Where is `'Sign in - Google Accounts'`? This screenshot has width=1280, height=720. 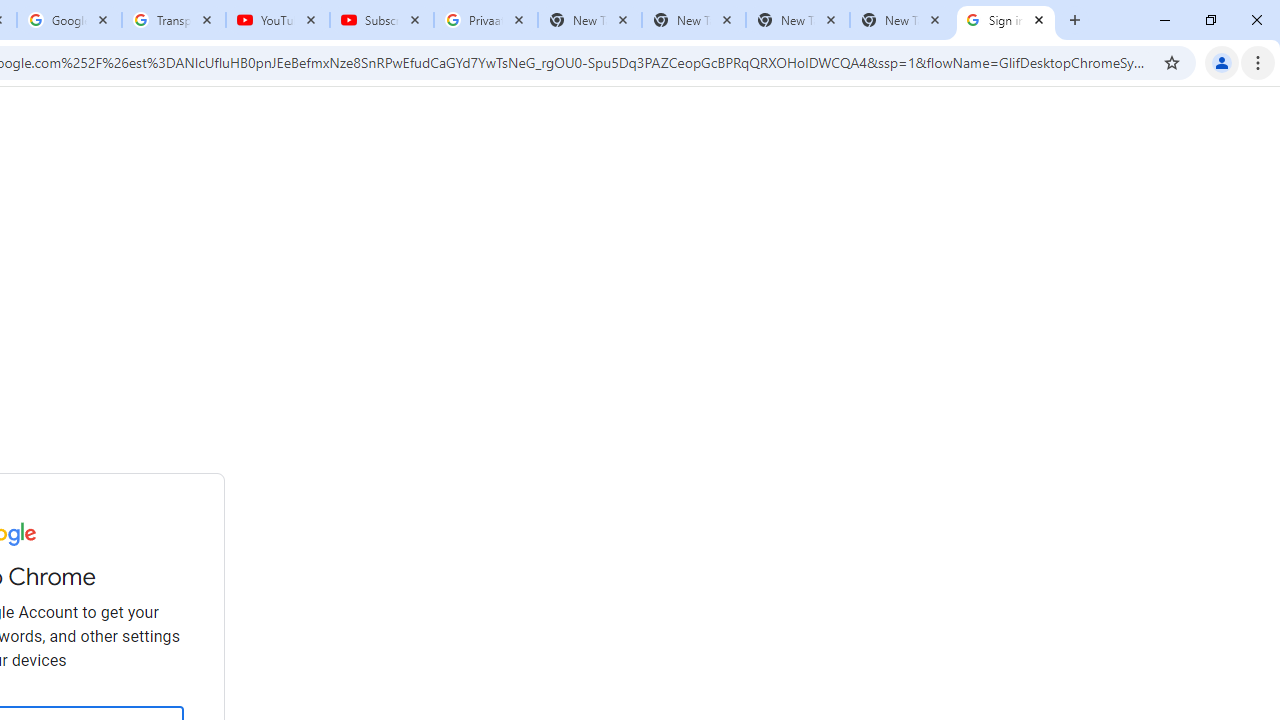 'Sign in - Google Accounts' is located at coordinates (1006, 20).